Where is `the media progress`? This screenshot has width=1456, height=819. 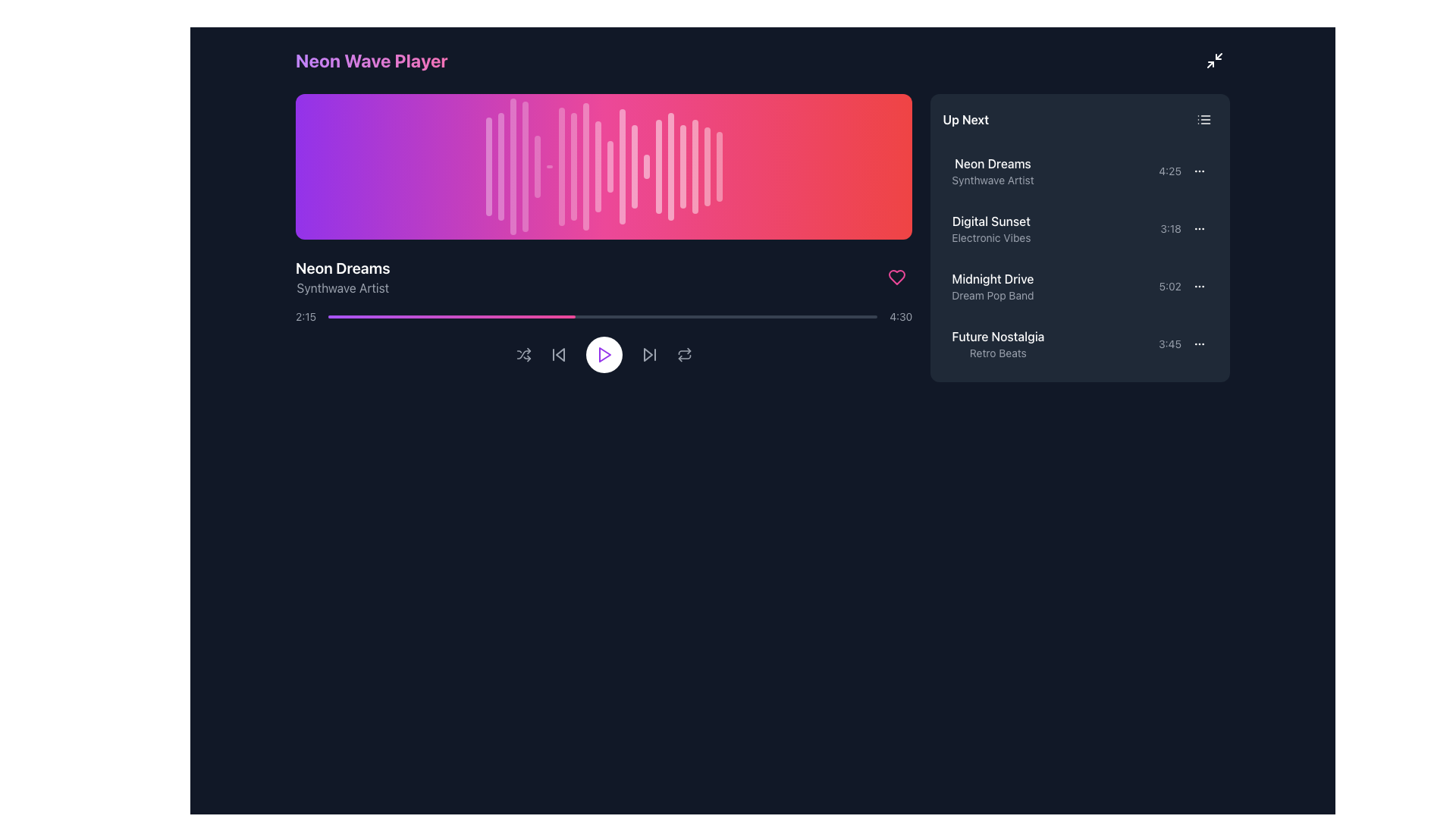
the media progress is located at coordinates (641, 315).